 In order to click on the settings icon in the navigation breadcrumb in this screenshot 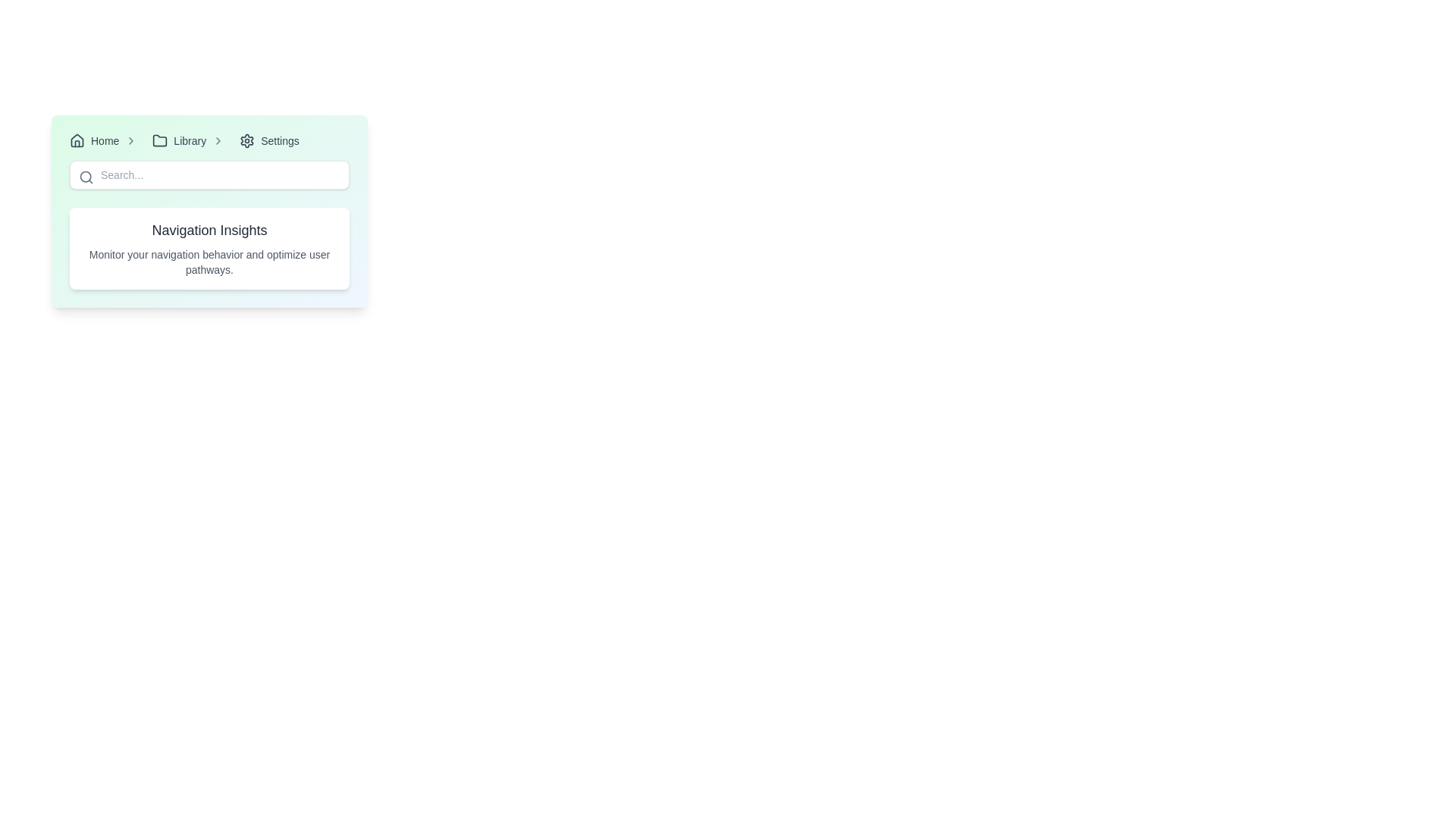, I will do `click(247, 140)`.